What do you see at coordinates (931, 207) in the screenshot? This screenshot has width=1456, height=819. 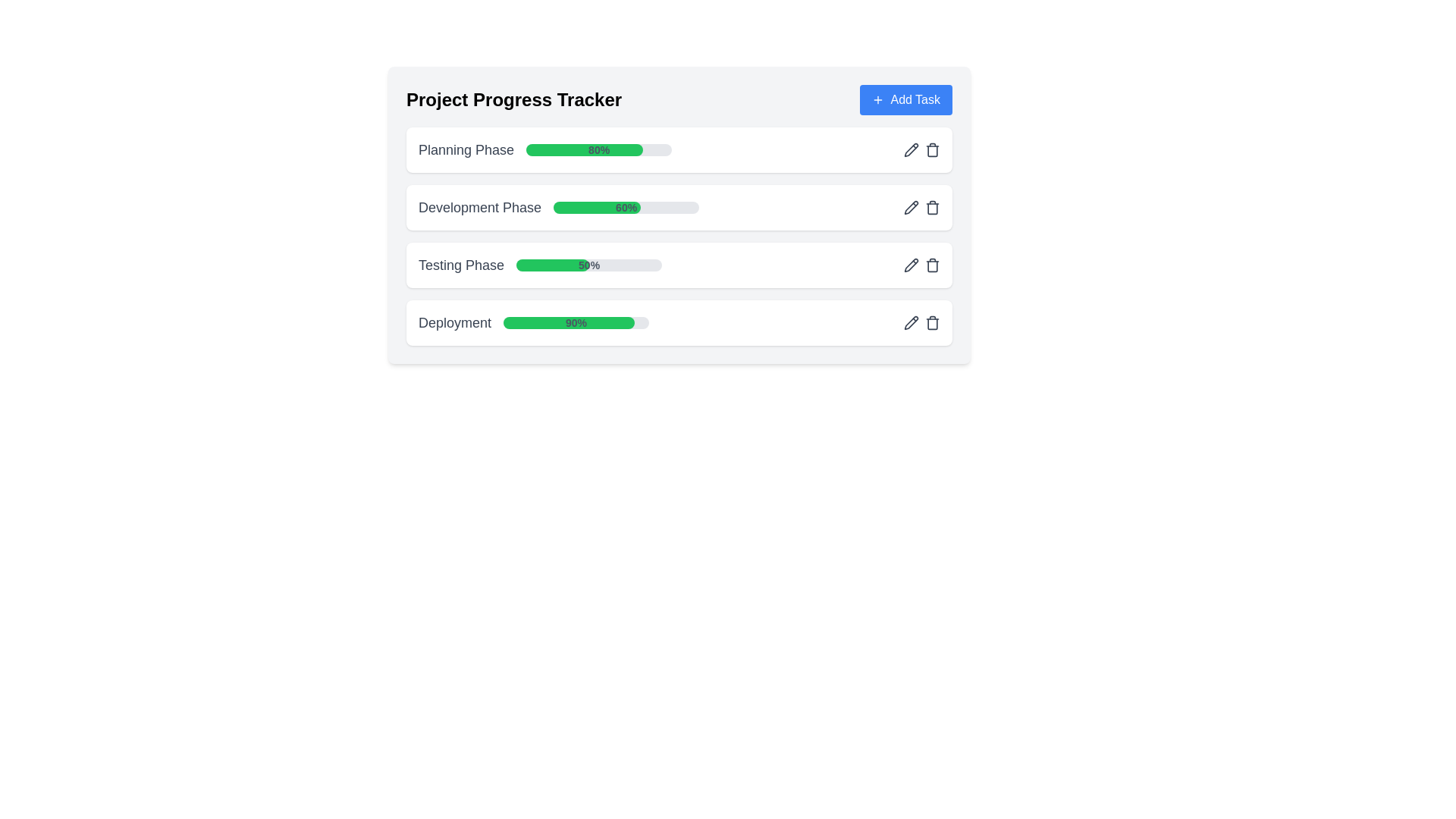 I see `the trash can icon, which is styled in gray and changes to red on hover, located in the third row of the task list, next to the edit icon` at bounding box center [931, 207].